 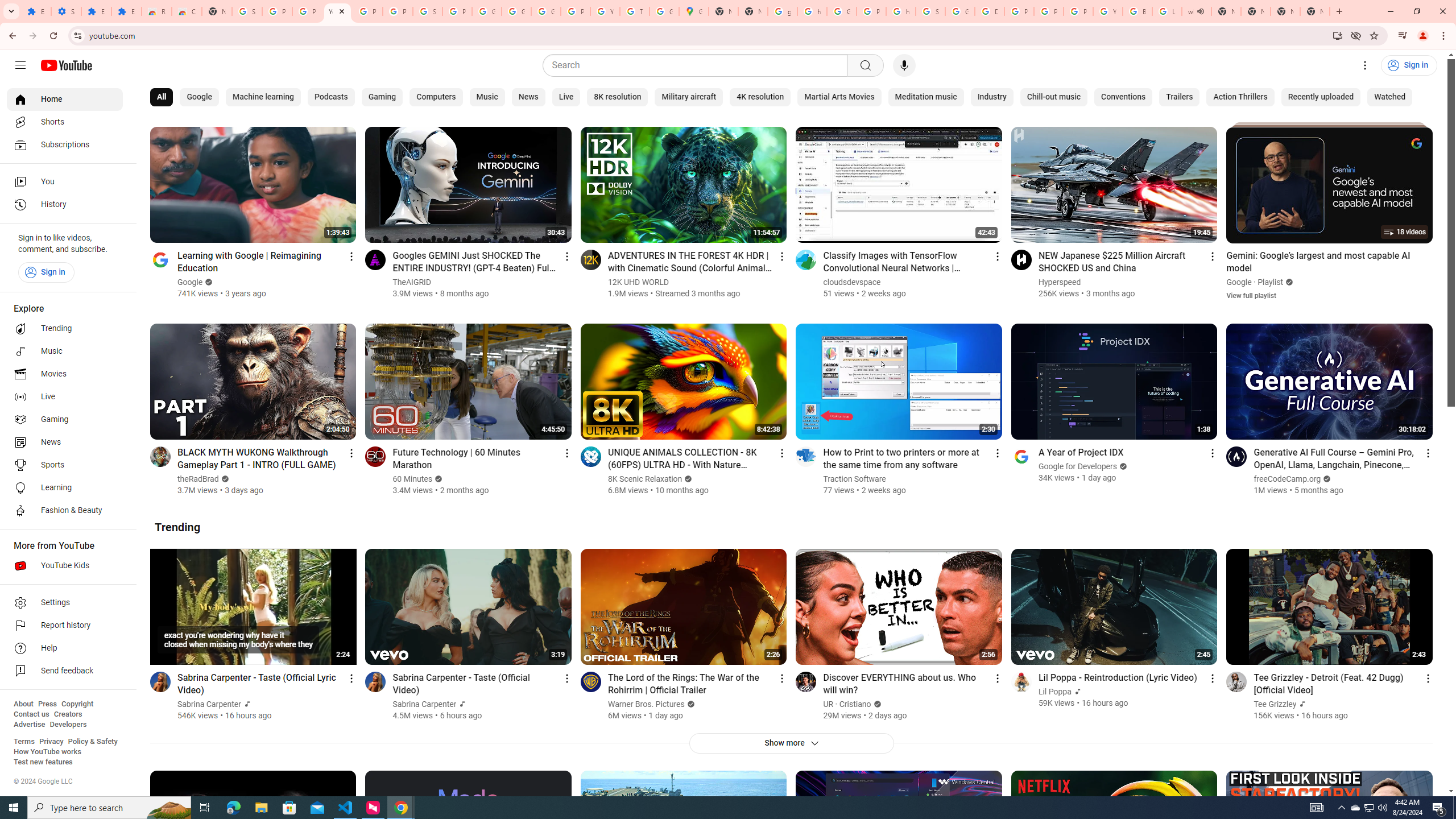 I want to click on 'All', so click(x=162, y=97).